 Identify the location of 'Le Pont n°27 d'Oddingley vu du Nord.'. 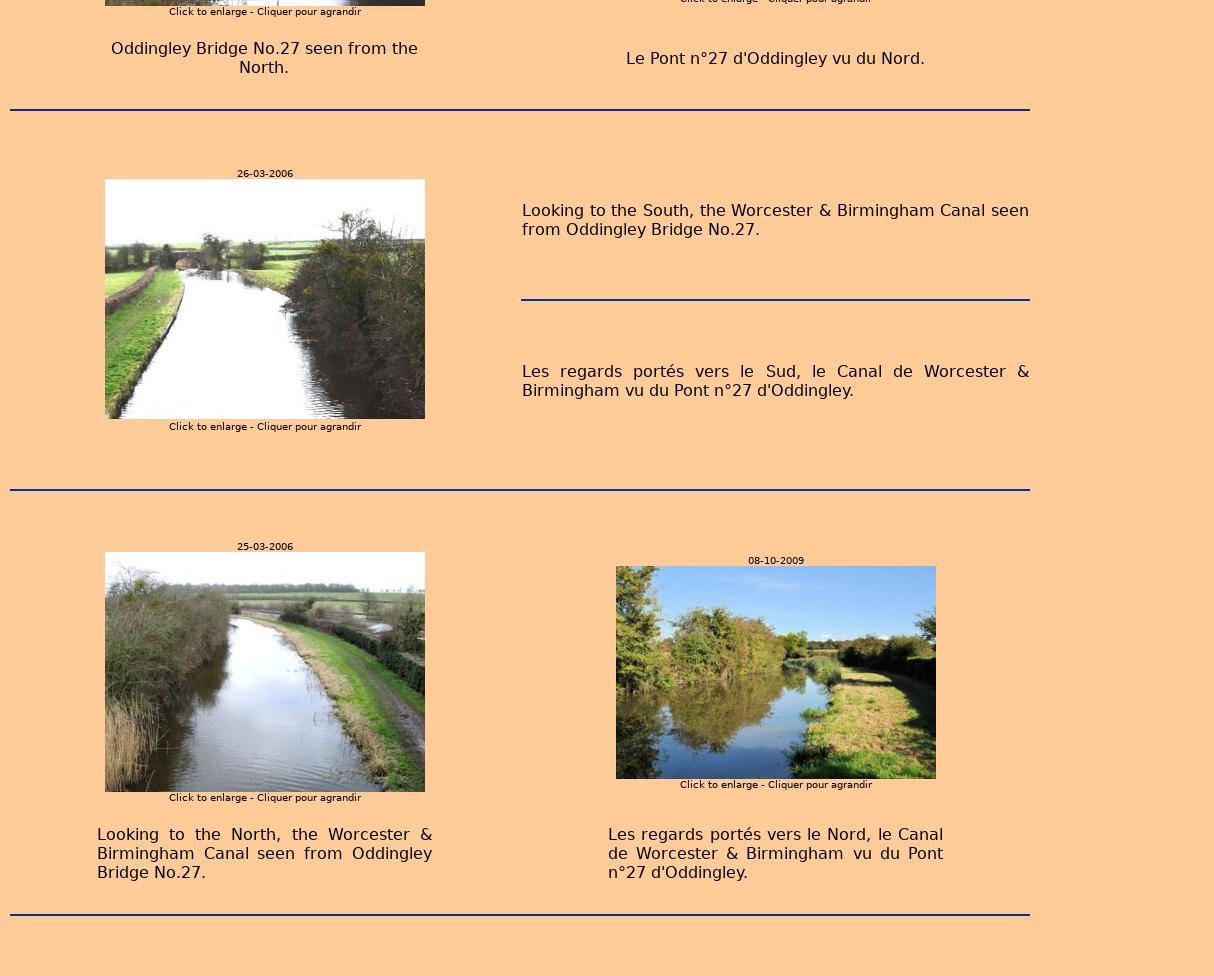
(773, 57).